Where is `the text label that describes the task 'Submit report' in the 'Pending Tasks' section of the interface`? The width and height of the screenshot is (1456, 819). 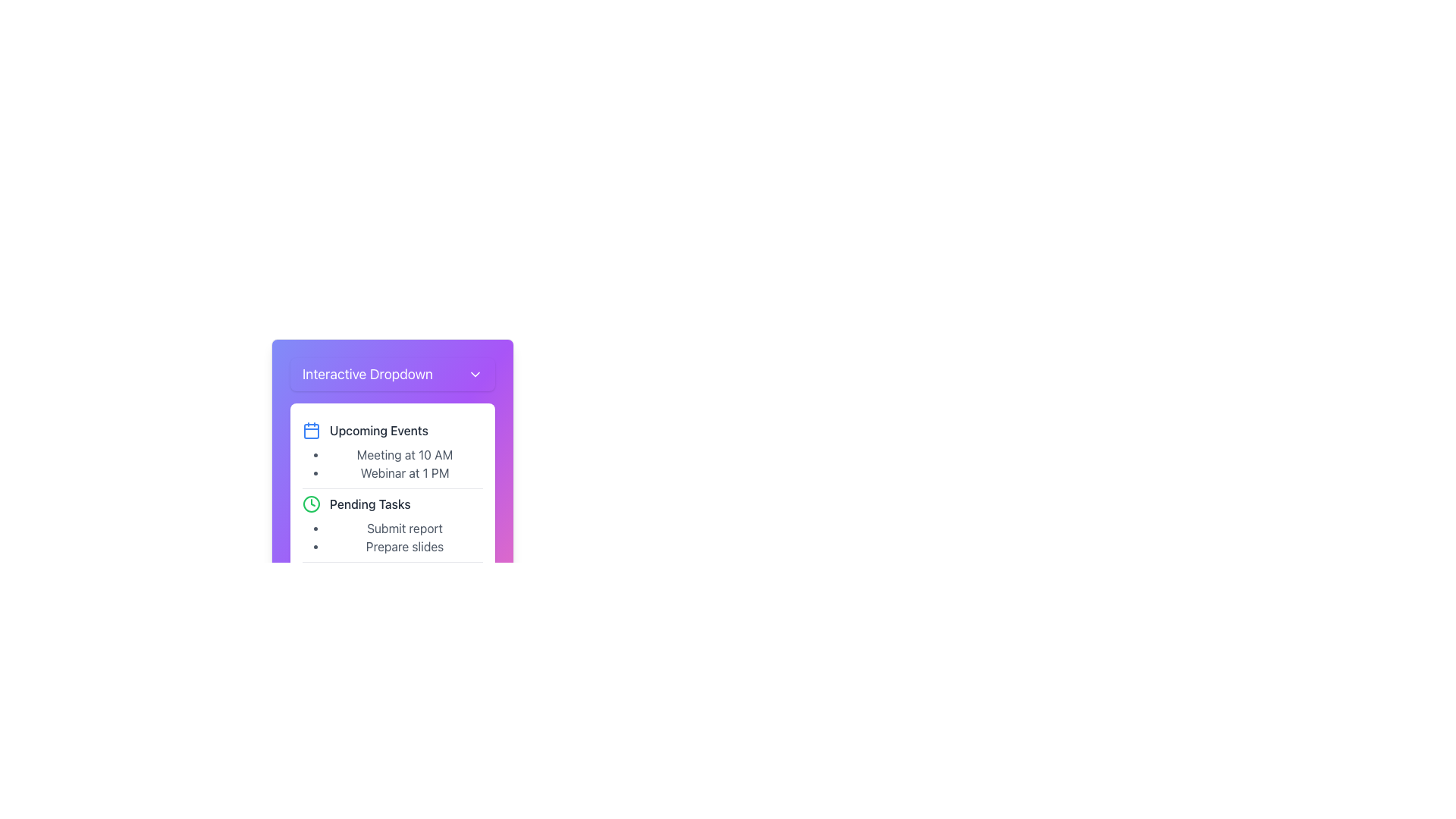 the text label that describes the task 'Submit report' in the 'Pending Tasks' section of the interface is located at coordinates (404, 528).